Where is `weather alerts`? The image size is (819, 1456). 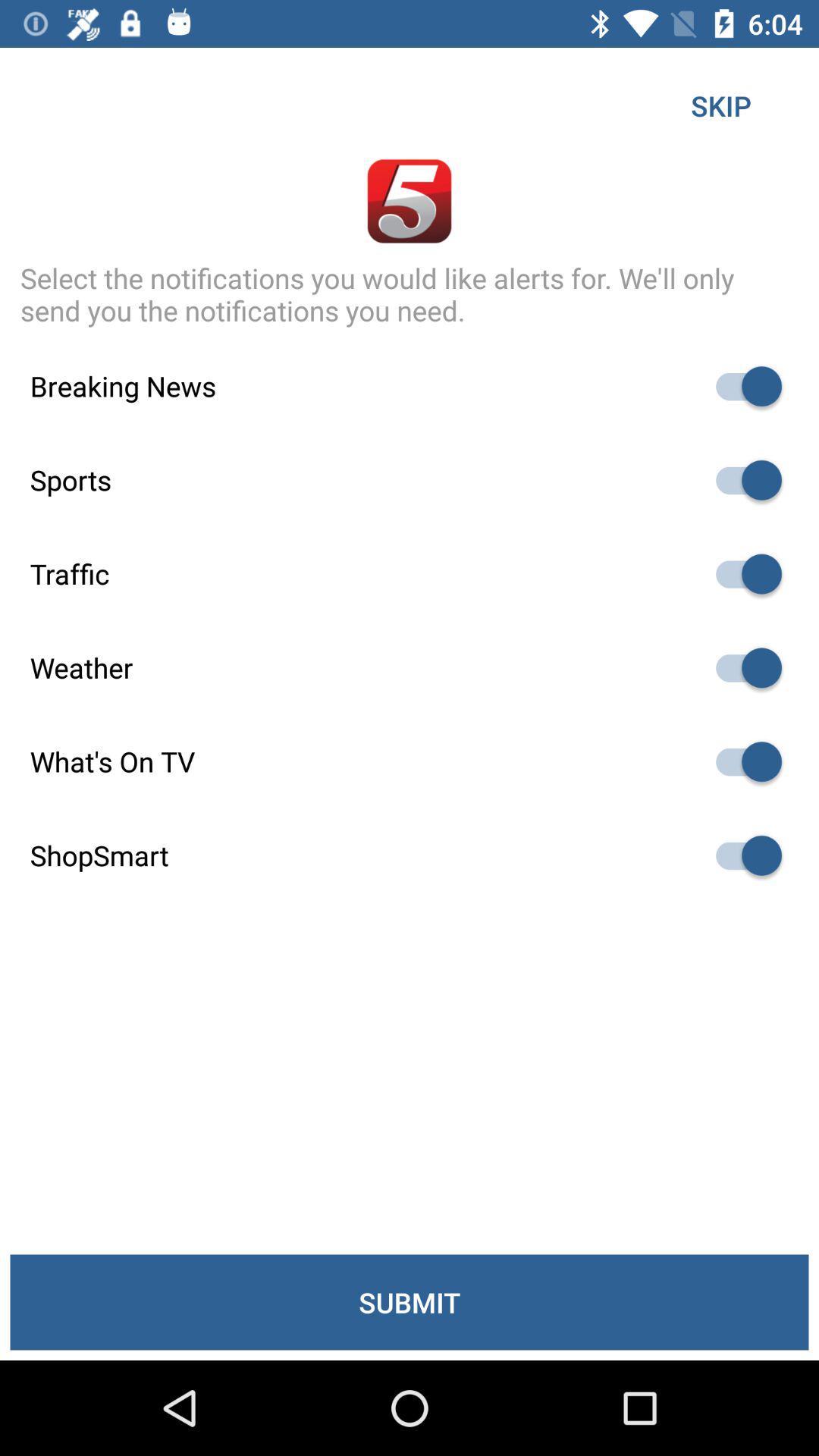
weather alerts is located at coordinates (741, 667).